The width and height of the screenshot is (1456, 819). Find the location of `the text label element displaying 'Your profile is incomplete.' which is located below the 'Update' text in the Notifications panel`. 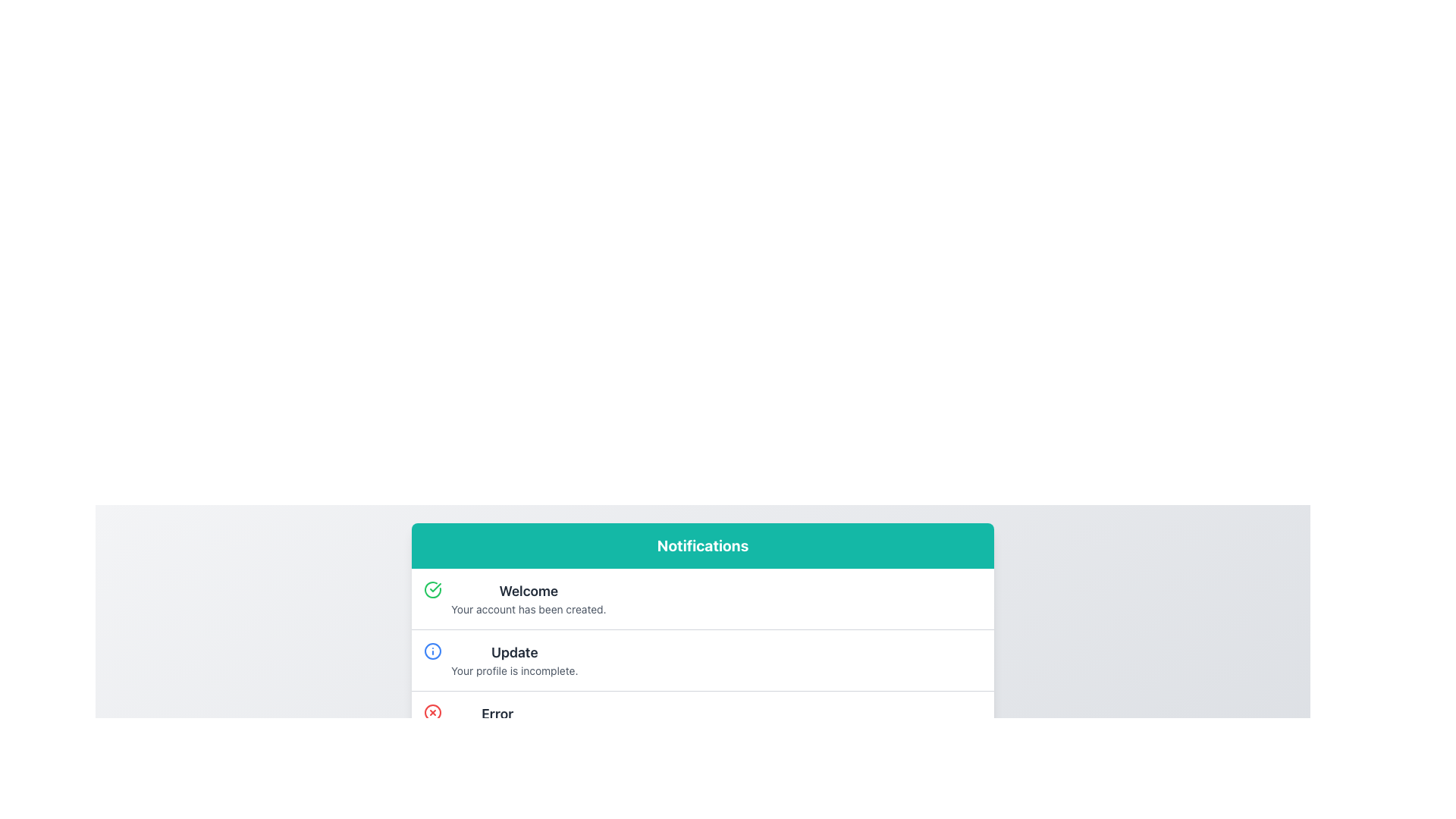

the text label element displaying 'Your profile is incomplete.' which is located below the 'Update' text in the Notifications panel is located at coordinates (514, 670).